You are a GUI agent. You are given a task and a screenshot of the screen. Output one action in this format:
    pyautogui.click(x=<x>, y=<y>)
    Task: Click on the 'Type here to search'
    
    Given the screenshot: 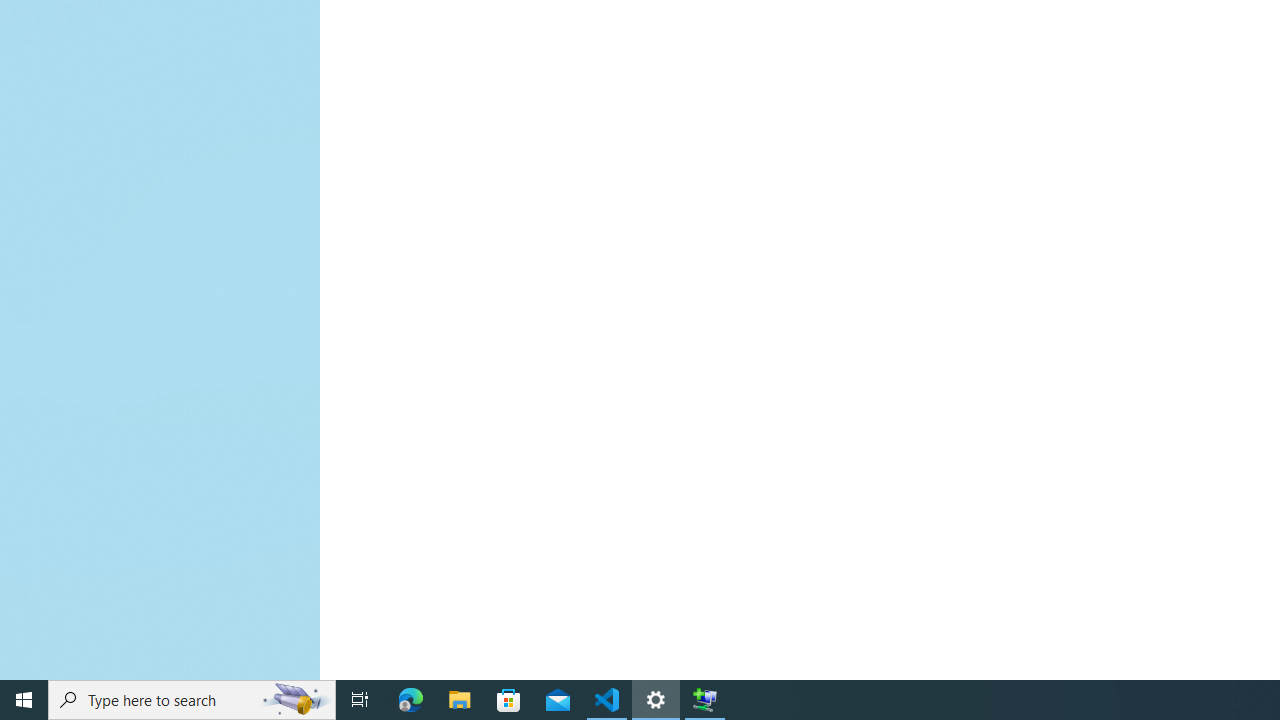 What is the action you would take?
    pyautogui.click(x=192, y=698)
    